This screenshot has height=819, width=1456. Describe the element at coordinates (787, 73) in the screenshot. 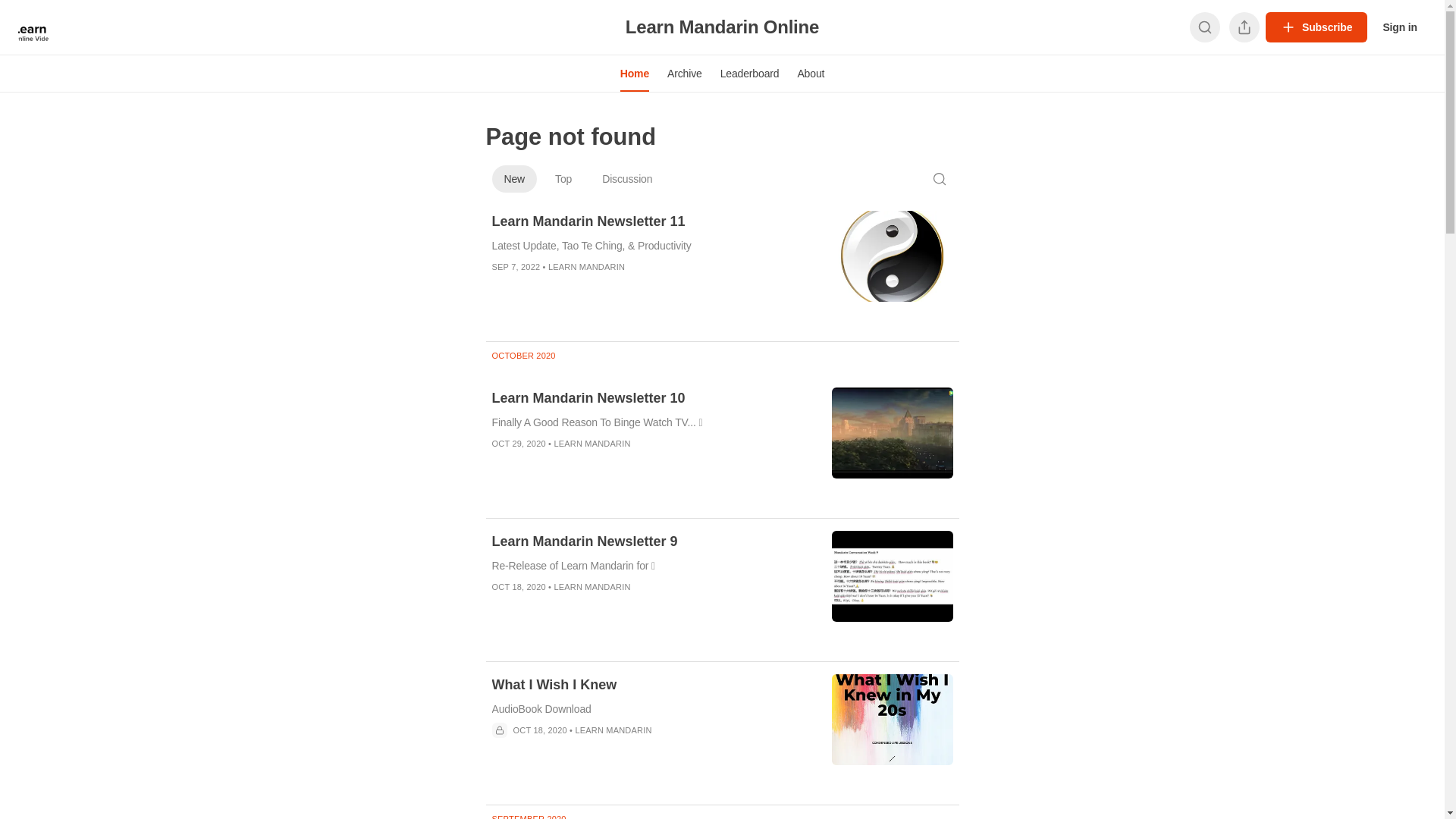

I see `'About'` at that location.